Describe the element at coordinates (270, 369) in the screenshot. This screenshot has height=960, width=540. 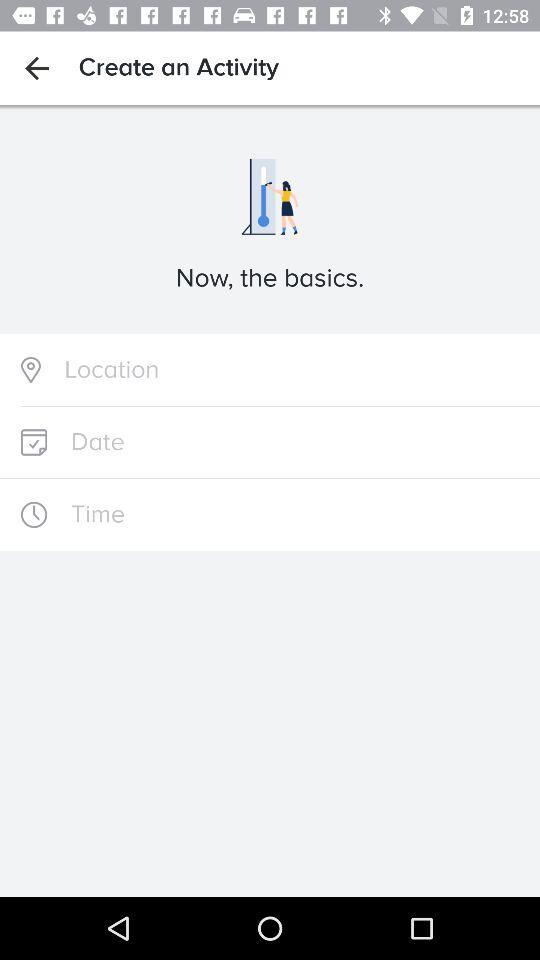
I see `location text bar` at that location.